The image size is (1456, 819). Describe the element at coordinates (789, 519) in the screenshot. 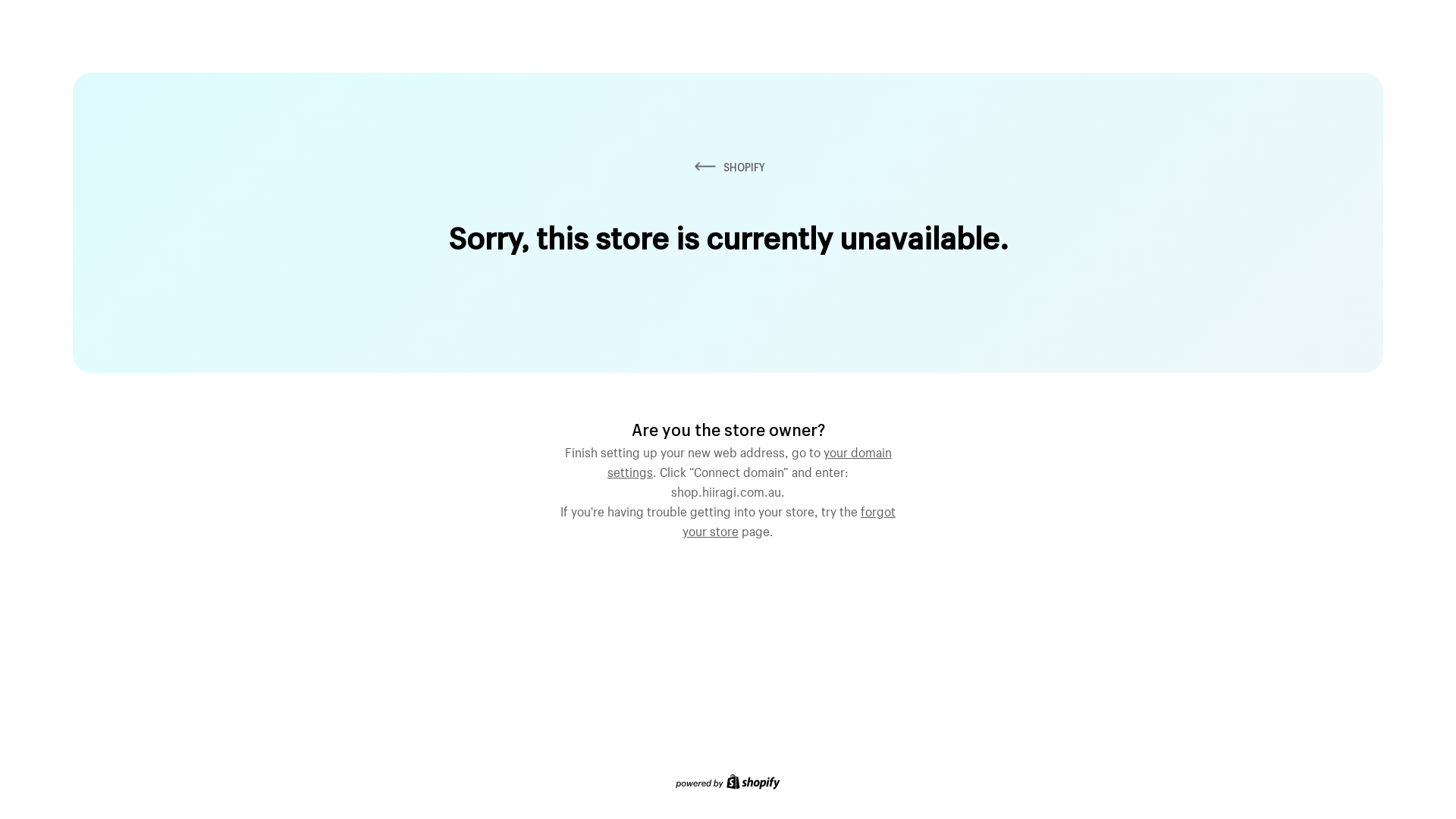

I see `'forgot your store'` at that location.